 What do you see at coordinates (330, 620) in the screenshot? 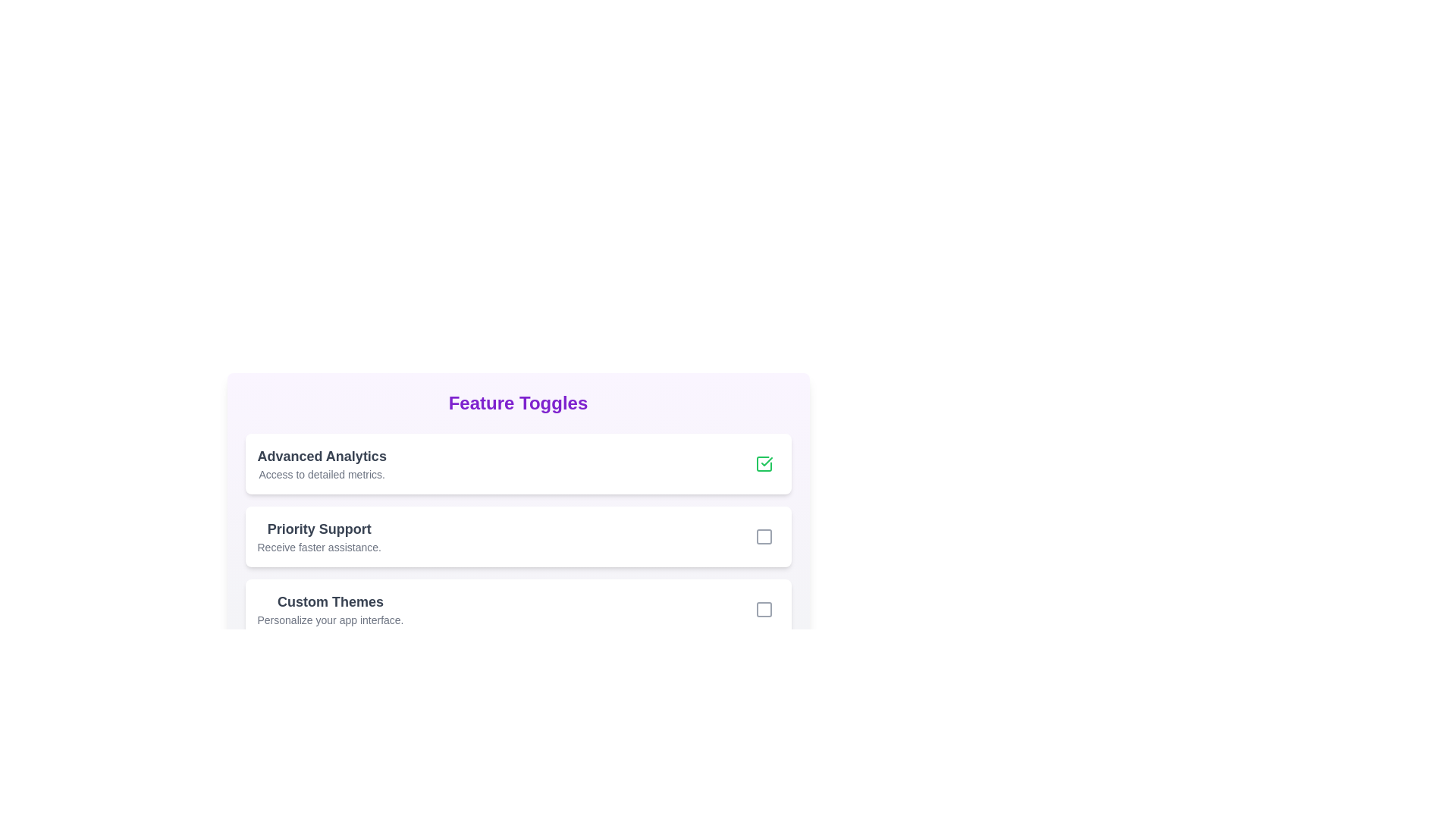
I see `the second text row providing additional information about the 'Custom Themes' feature located beneath the 'Custom Themes' heading` at bounding box center [330, 620].